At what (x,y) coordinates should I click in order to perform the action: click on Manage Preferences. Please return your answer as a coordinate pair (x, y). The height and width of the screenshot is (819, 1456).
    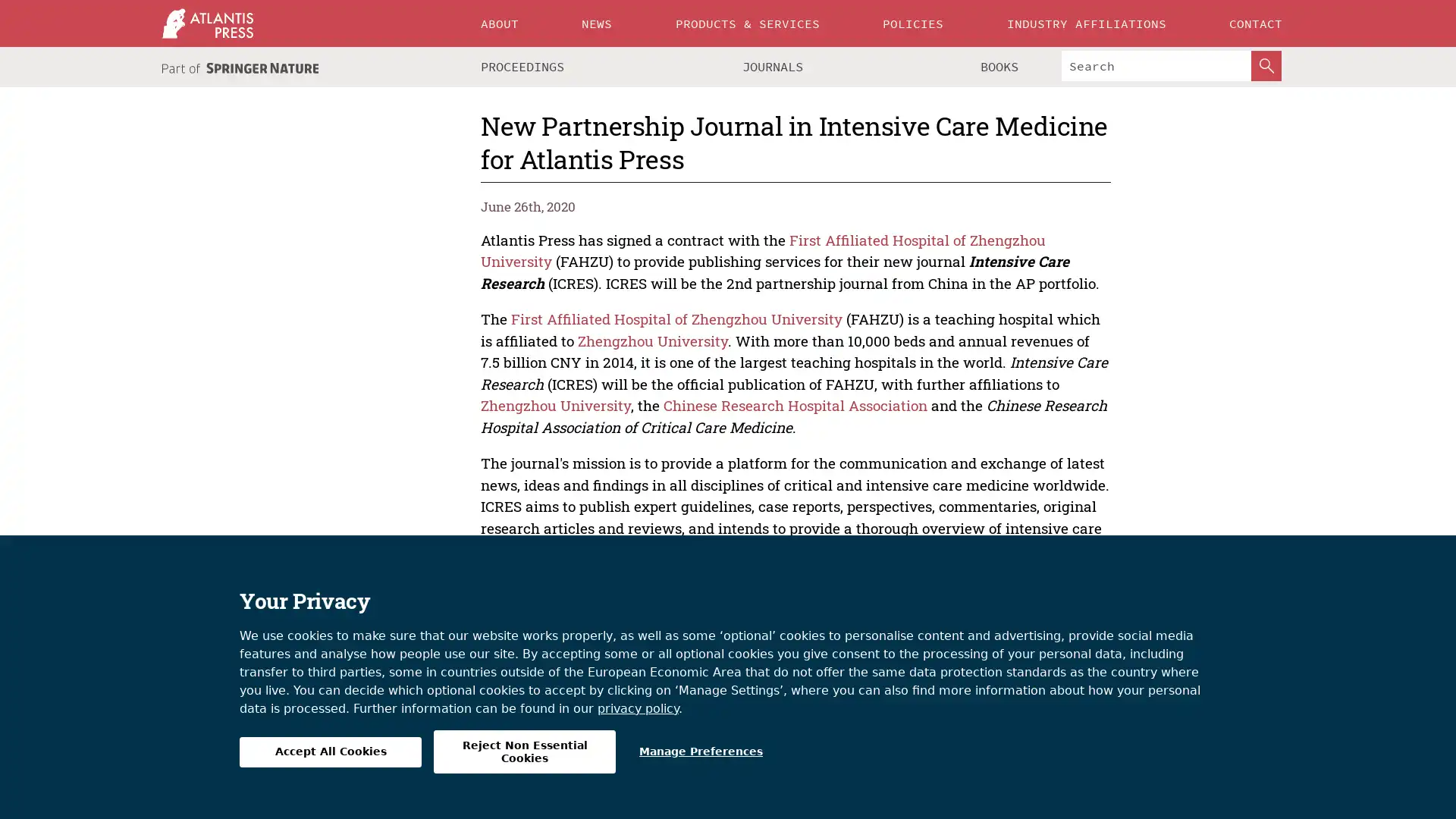
    Looking at the image, I should click on (700, 752).